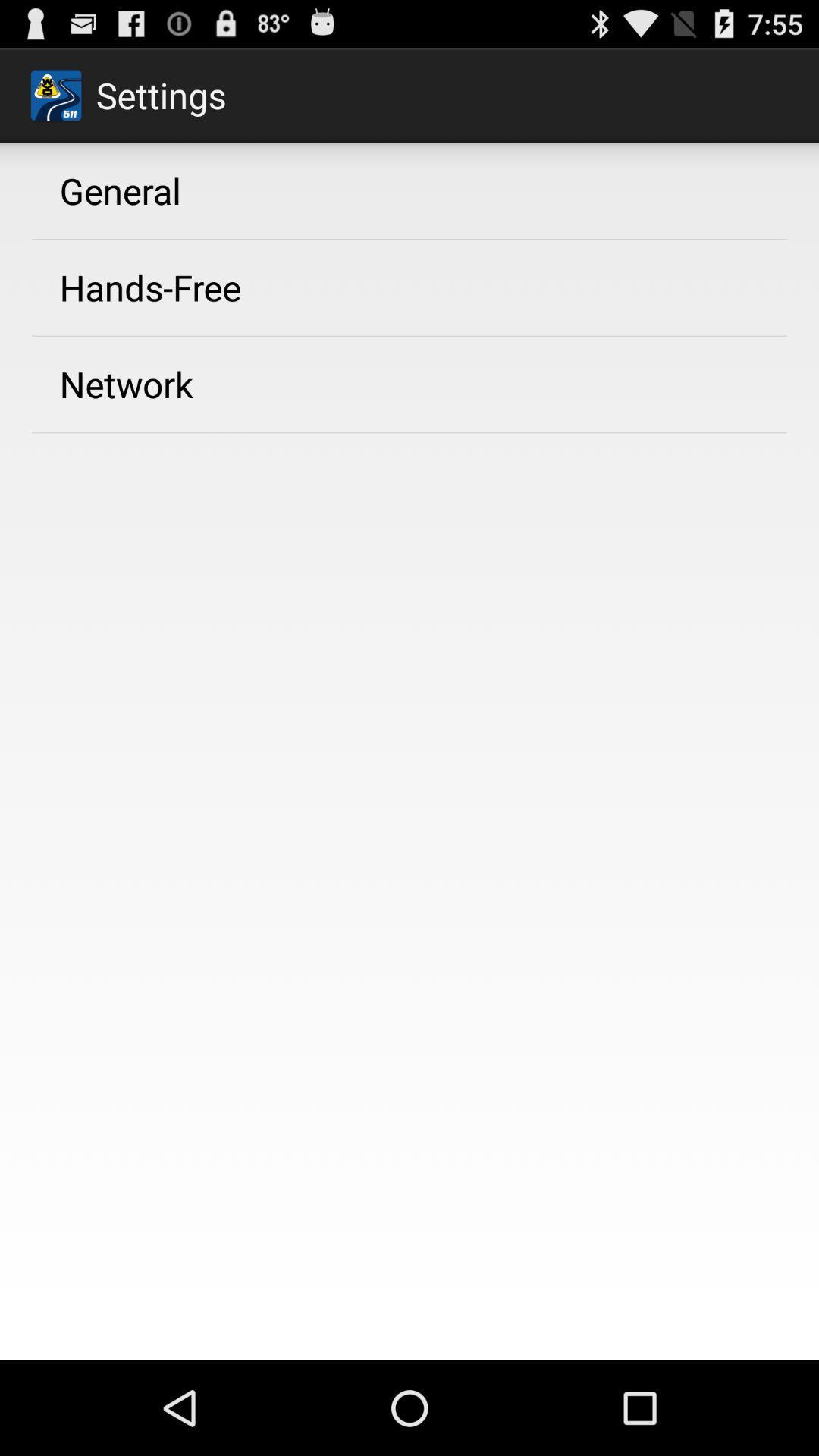  I want to click on general app, so click(119, 190).